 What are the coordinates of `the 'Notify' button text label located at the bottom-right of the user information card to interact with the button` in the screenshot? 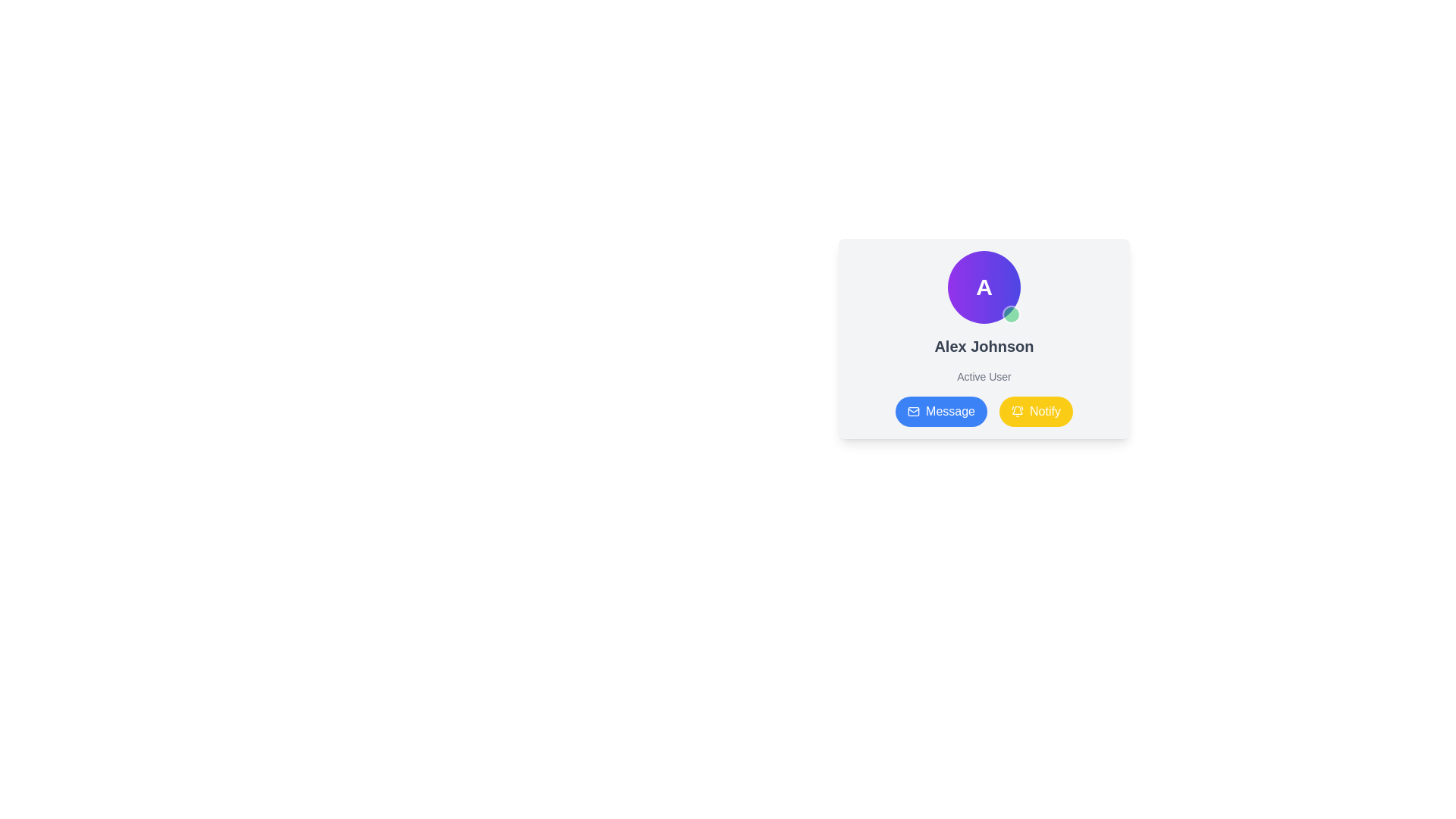 It's located at (1044, 412).